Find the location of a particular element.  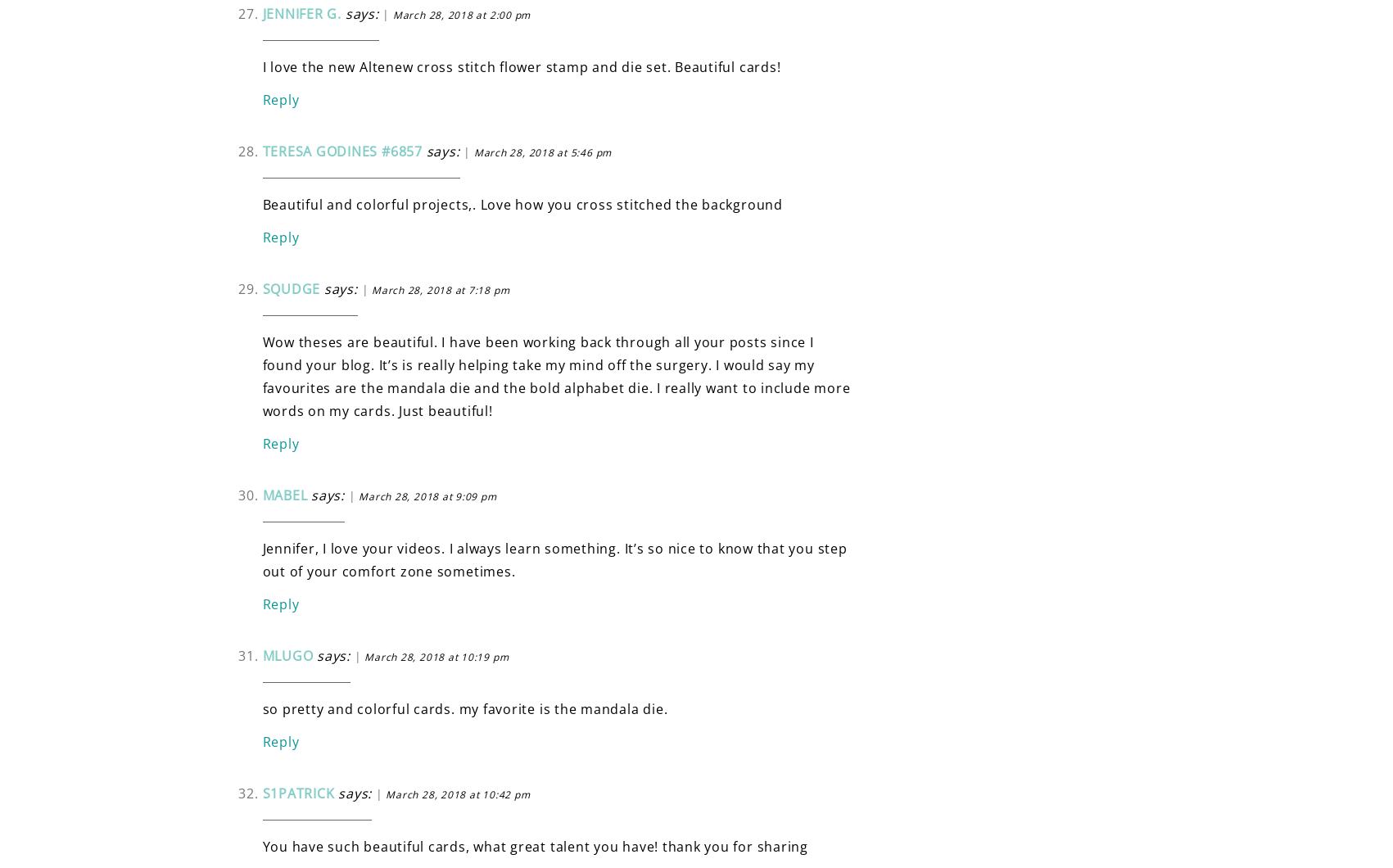

'so pretty and colorful cards. my favorite is the mandala die.' is located at coordinates (464, 708).